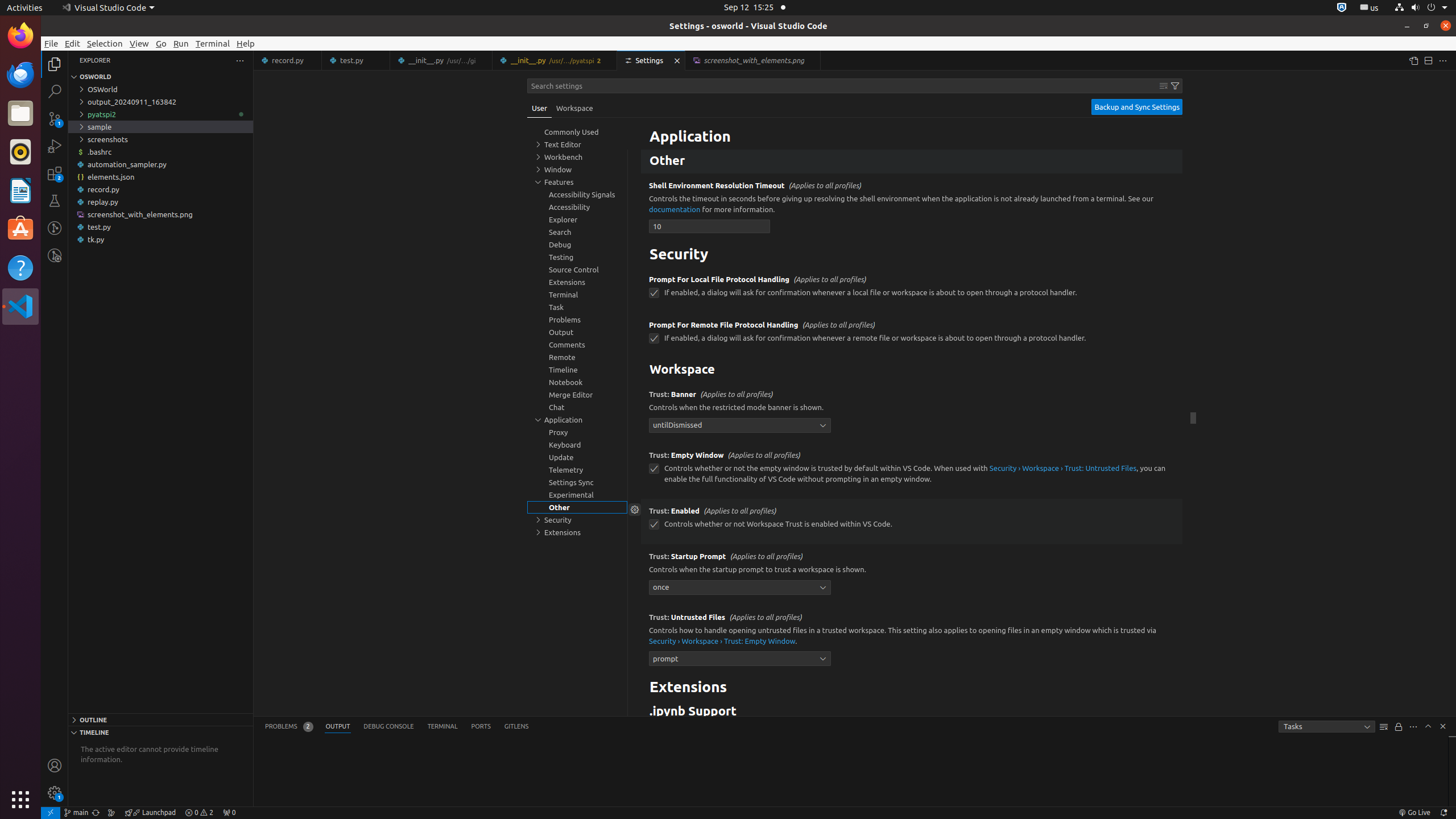  What do you see at coordinates (76, 812) in the screenshot?
I see `'OSWorld (Git) - main, Checkout Branch/Tag...'` at bounding box center [76, 812].